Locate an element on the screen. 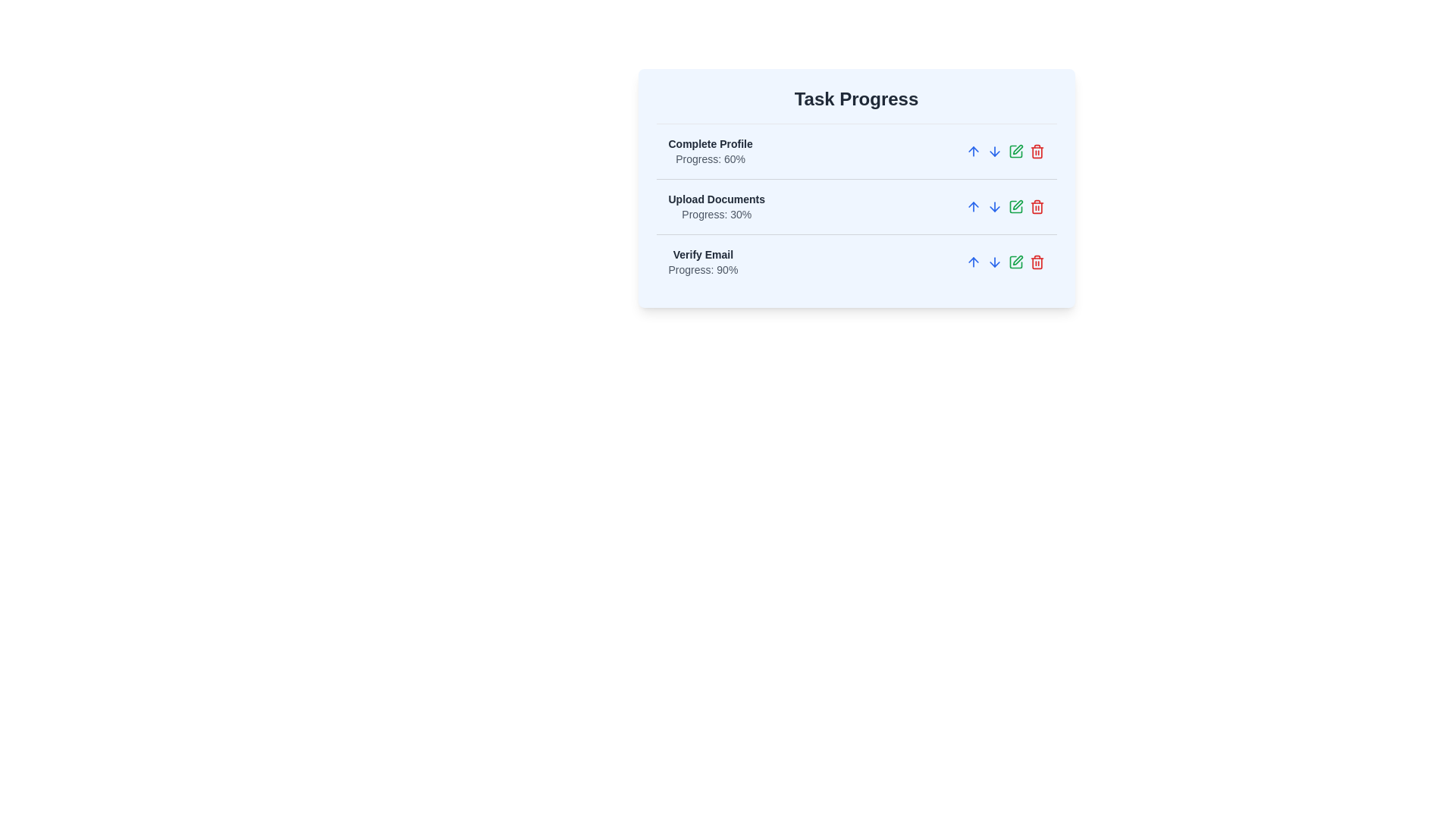  the arrow button styled as an SVG icon used for reordering tasks in the 'Task Progress' section of the 'Complete Profile' task is located at coordinates (994, 152).